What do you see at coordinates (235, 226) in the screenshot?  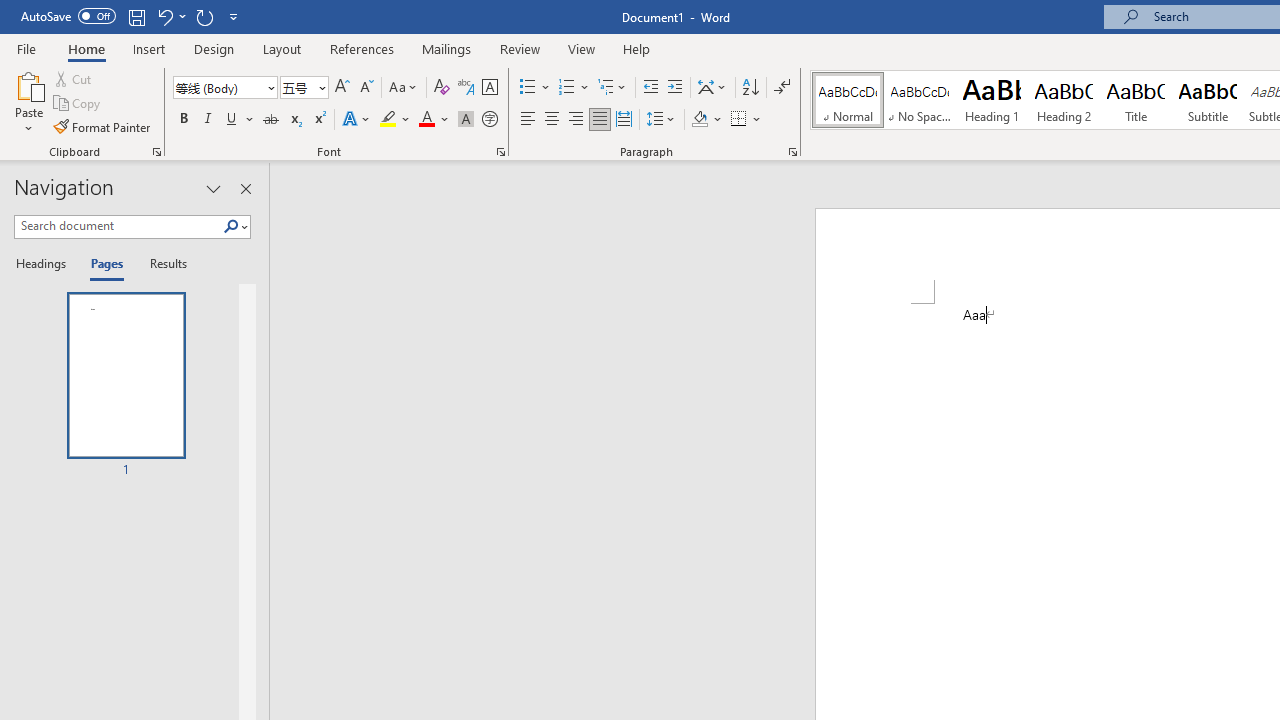 I see `'Search'` at bounding box center [235, 226].